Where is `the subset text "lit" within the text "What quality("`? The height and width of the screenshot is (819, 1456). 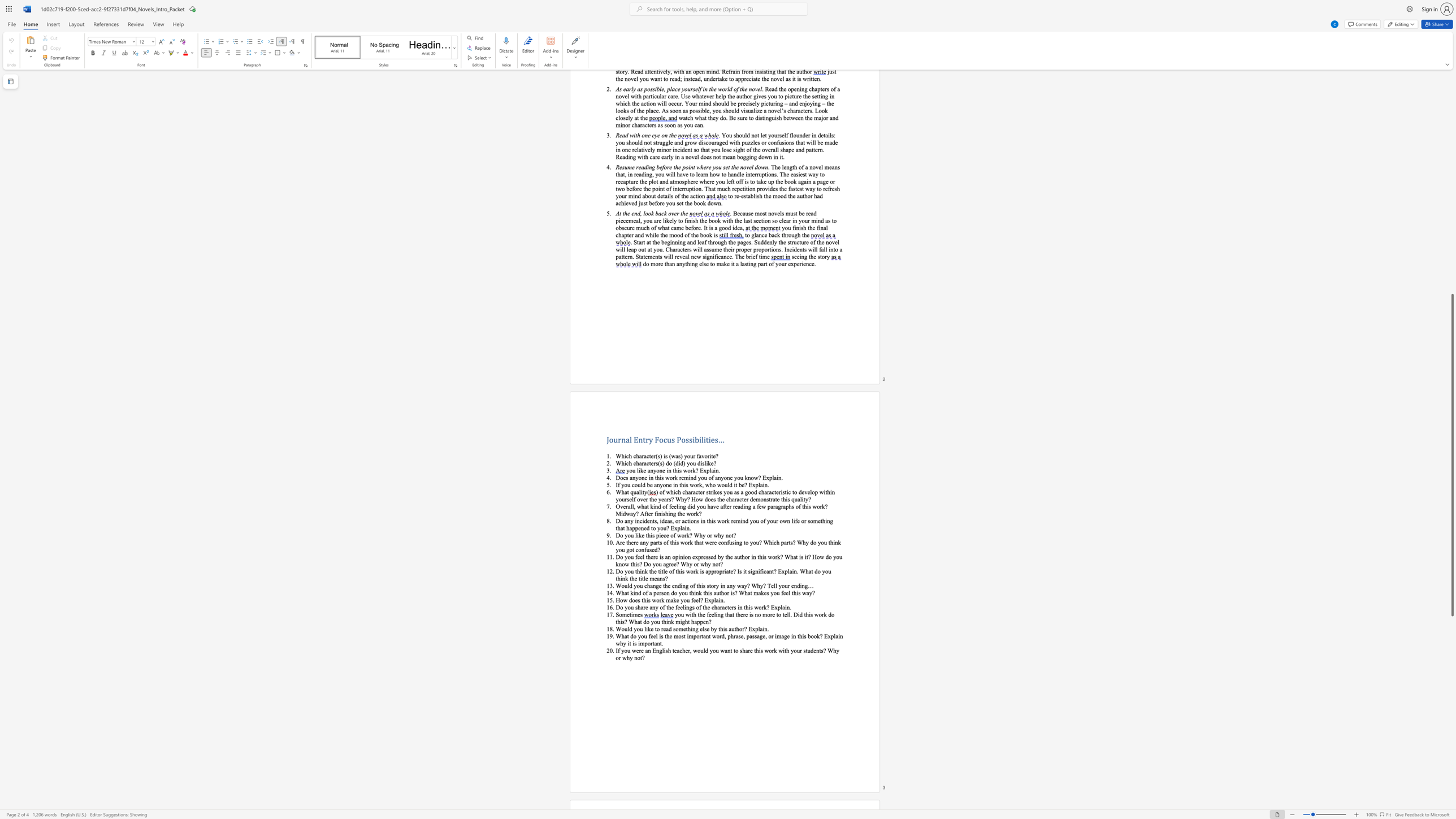
the subset text "lit" within the text "What quality(" is located at coordinates (638, 491).